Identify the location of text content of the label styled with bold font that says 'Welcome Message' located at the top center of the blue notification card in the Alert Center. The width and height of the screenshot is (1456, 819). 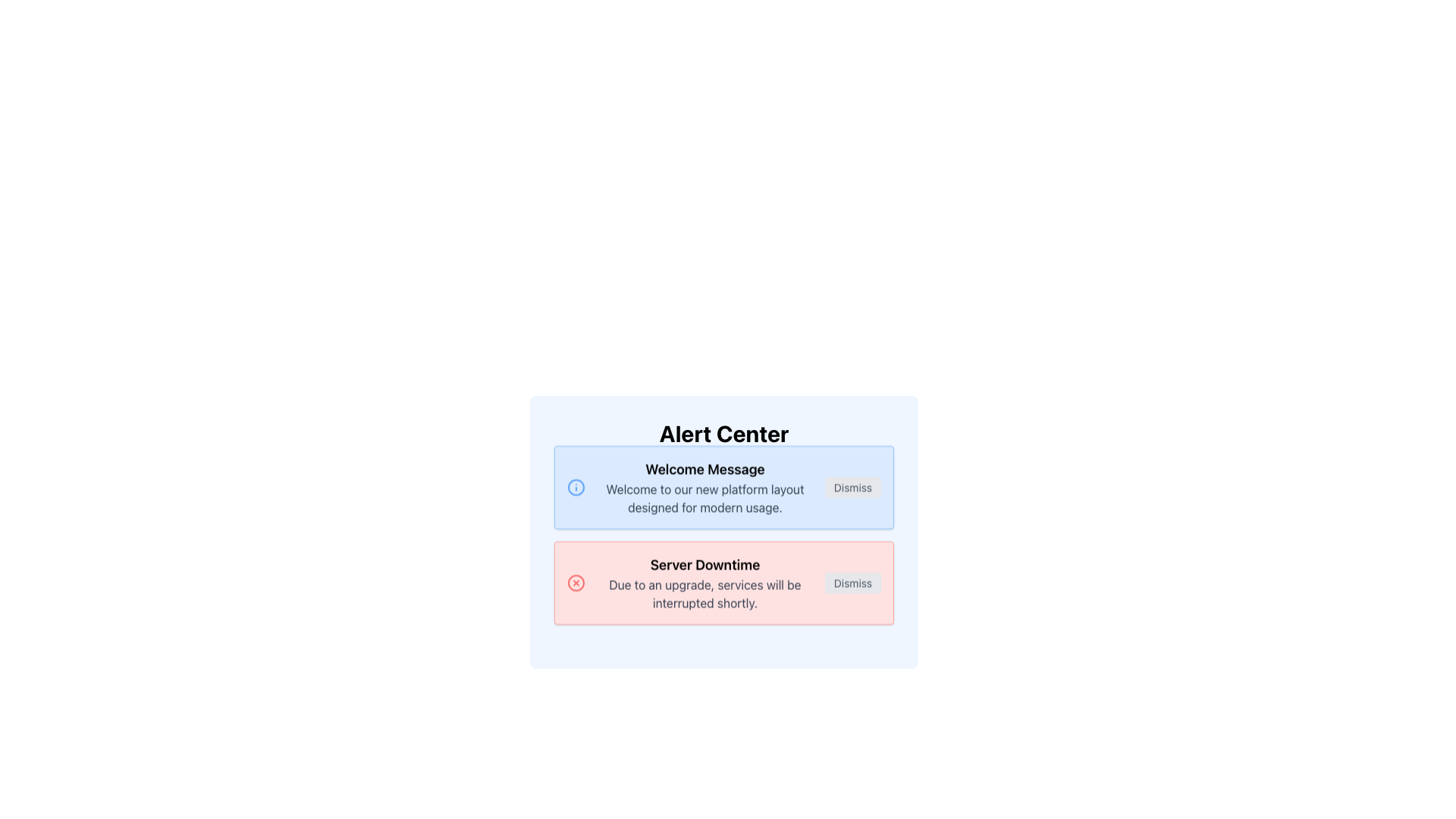
(704, 482).